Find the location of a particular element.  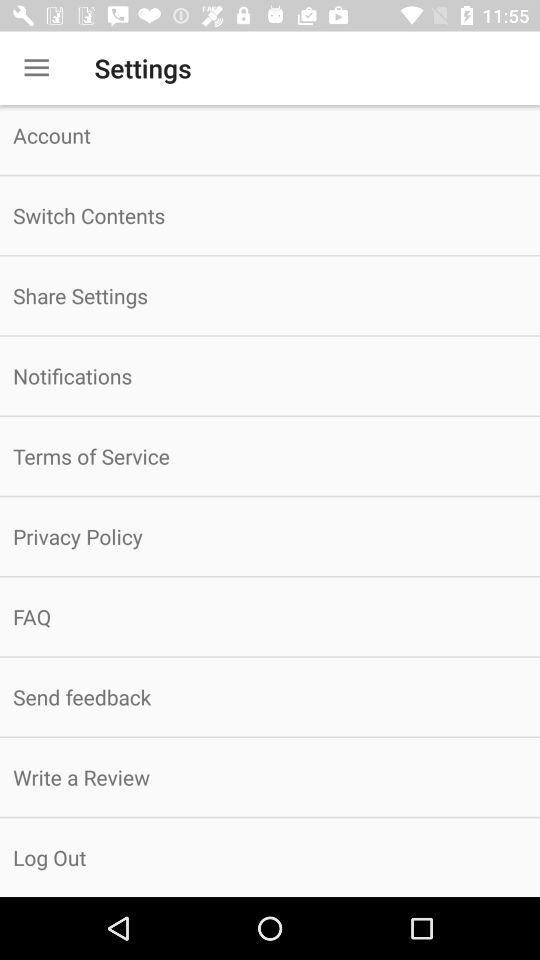

icon below the privacy policy item is located at coordinates (270, 615).